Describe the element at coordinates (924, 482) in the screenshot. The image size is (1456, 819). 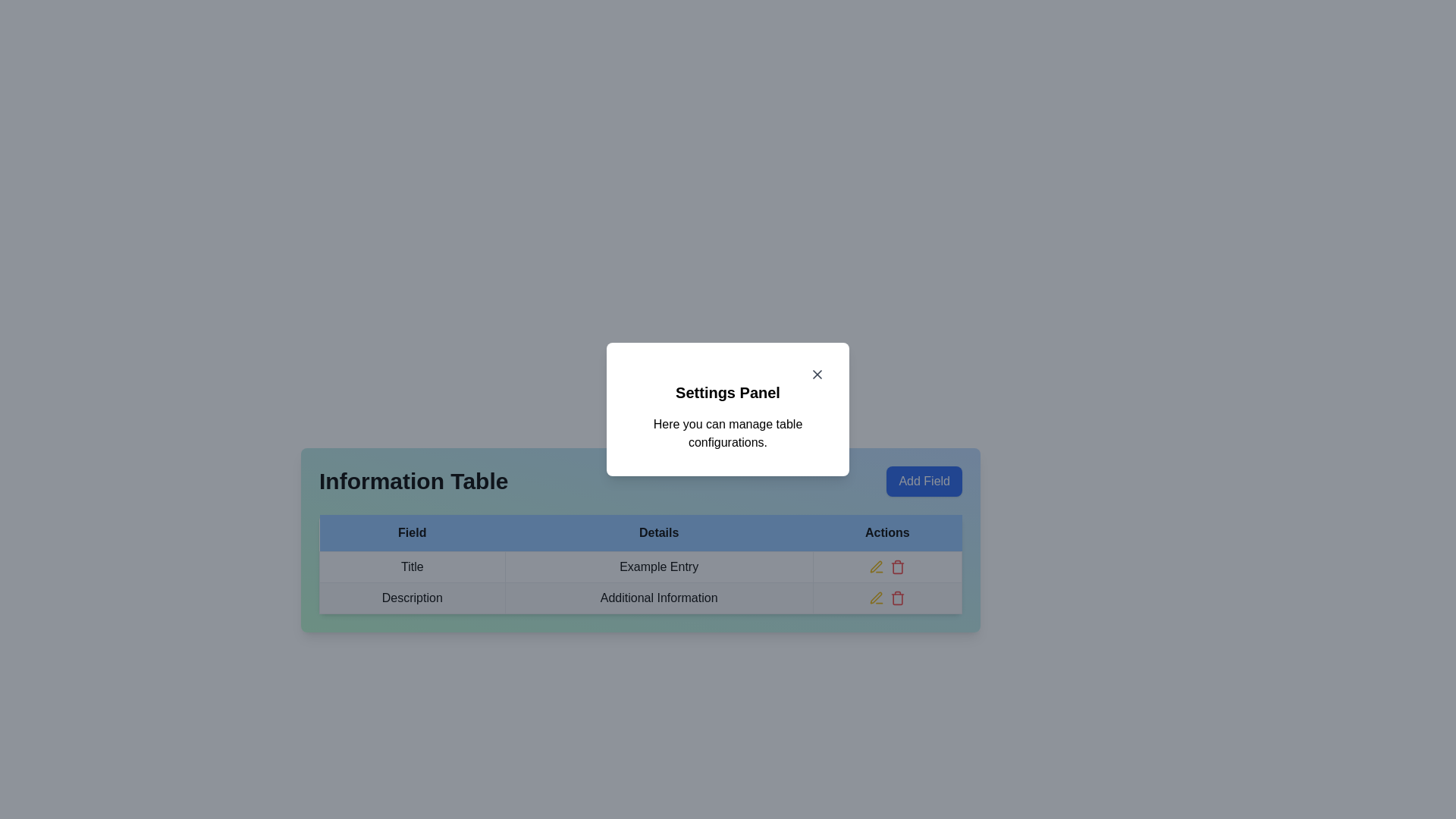
I see `the 'Add Field' button, which has a blue background and white text` at that location.